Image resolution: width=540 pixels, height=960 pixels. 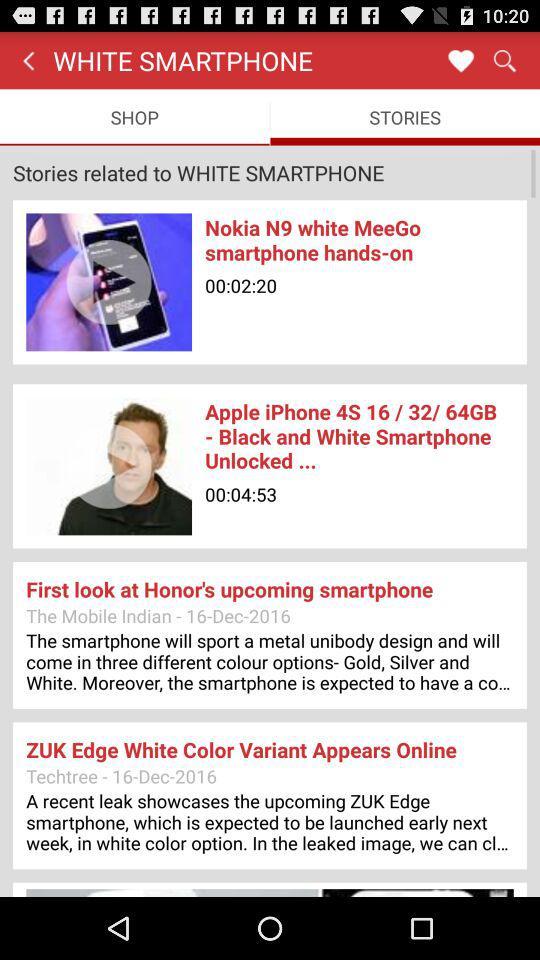 I want to click on search area, so click(x=503, y=59).